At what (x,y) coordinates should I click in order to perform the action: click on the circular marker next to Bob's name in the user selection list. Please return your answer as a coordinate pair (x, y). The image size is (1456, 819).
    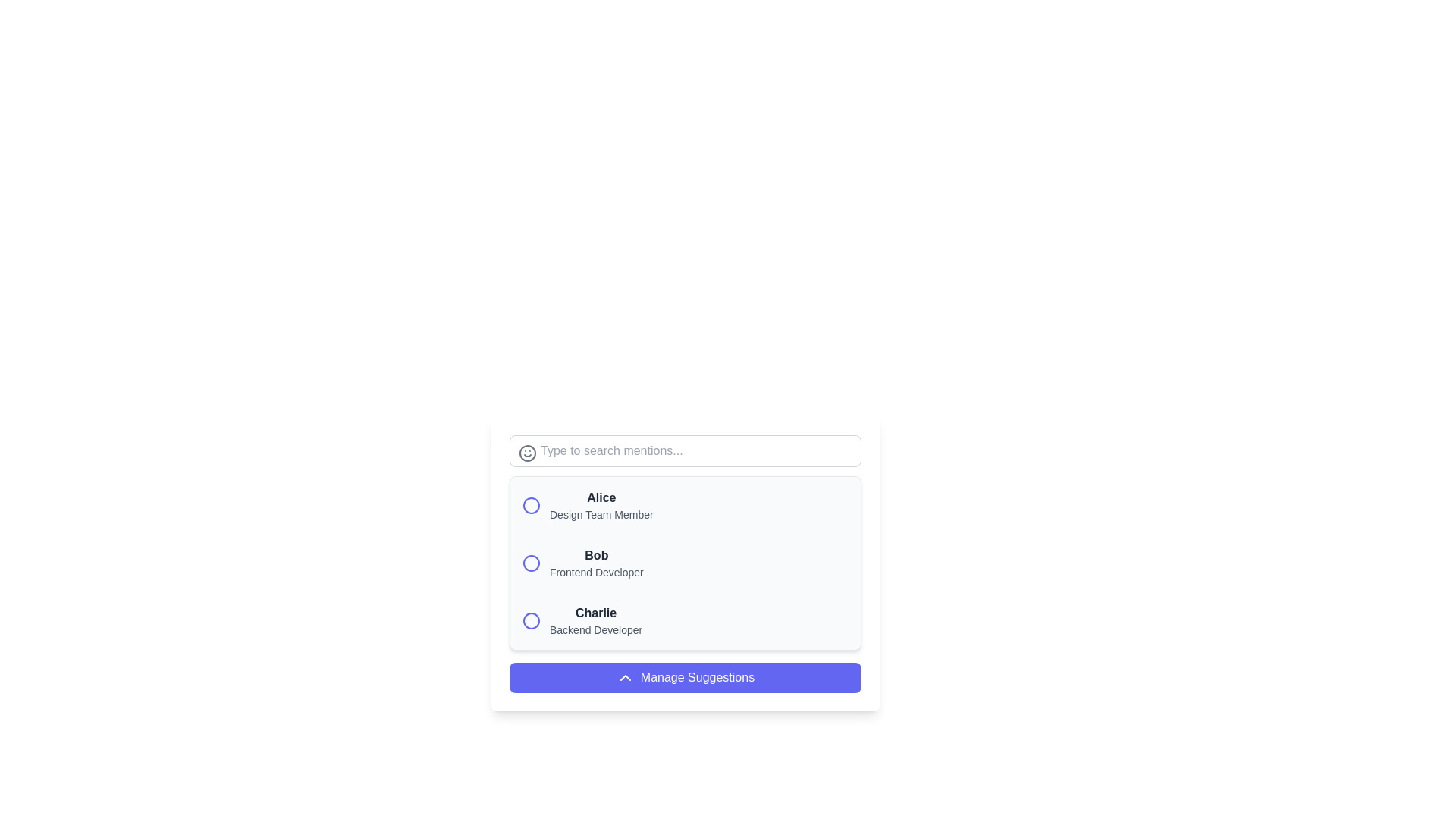
    Looking at the image, I should click on (531, 563).